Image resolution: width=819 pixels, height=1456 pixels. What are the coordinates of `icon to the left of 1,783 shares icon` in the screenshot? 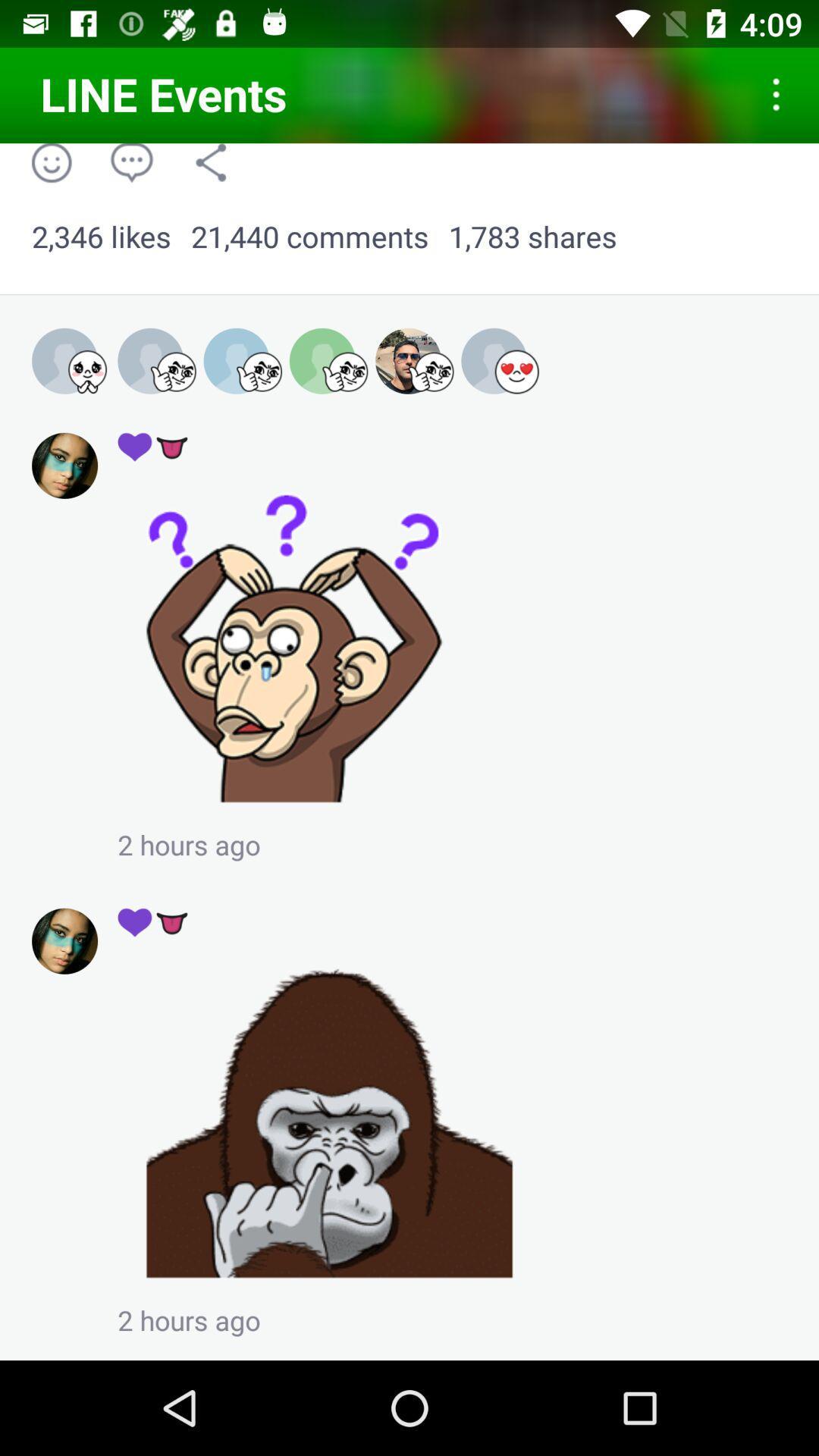 It's located at (309, 237).